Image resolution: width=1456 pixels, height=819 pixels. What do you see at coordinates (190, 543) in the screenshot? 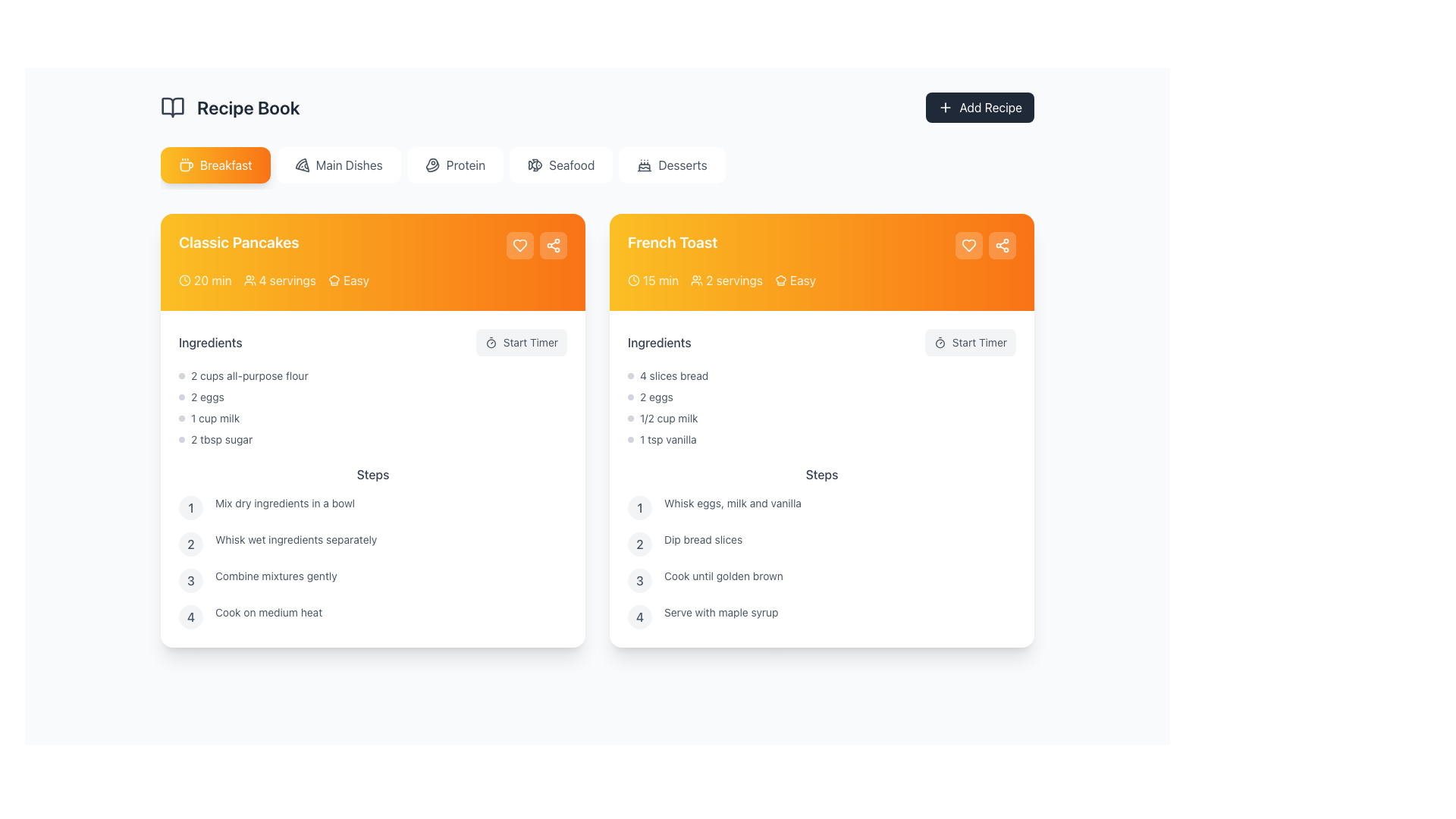
I see `the step indicator text for the second step in the 'Classic Pancakes' recipe instructions` at bounding box center [190, 543].